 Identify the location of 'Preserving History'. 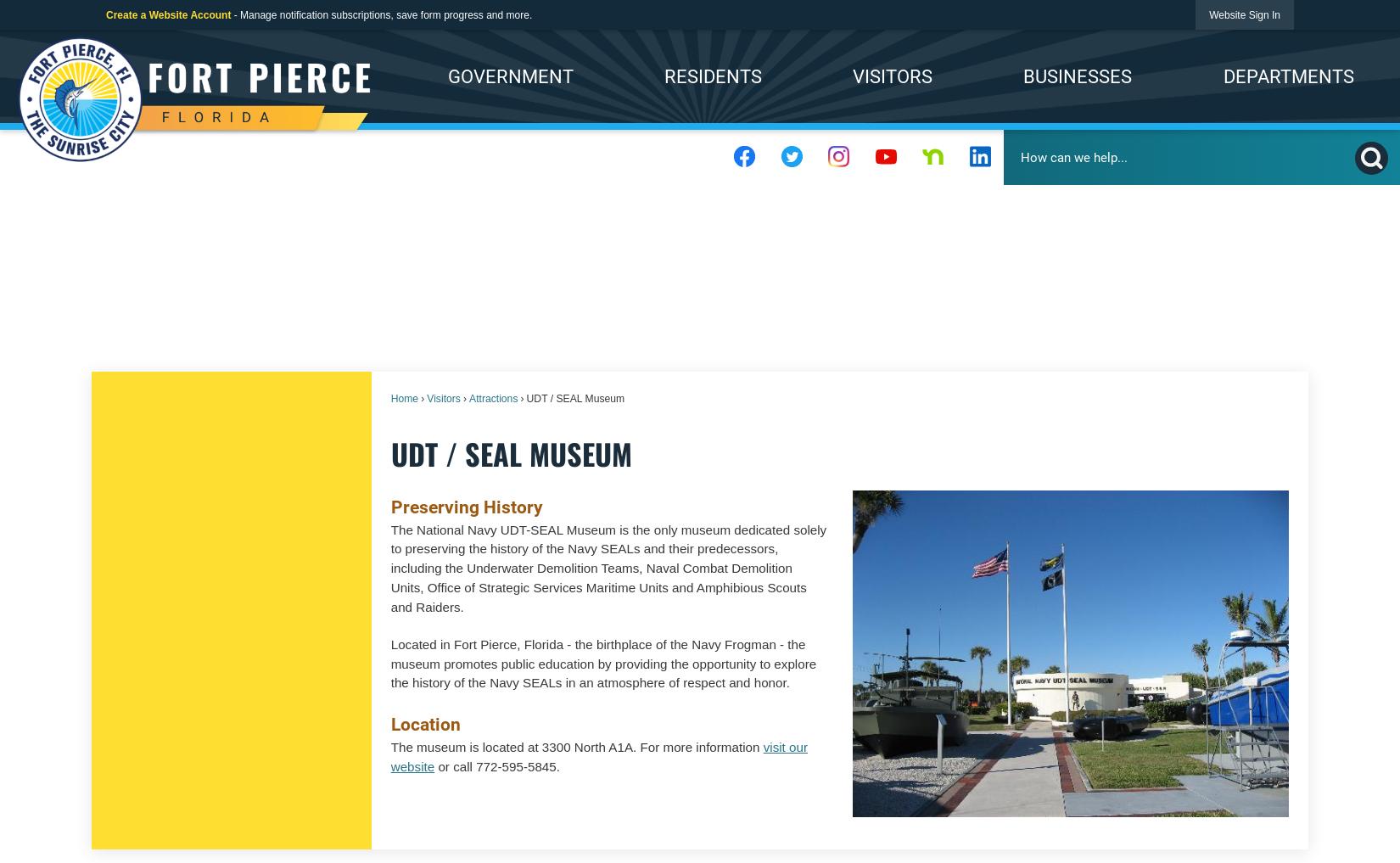
(465, 505).